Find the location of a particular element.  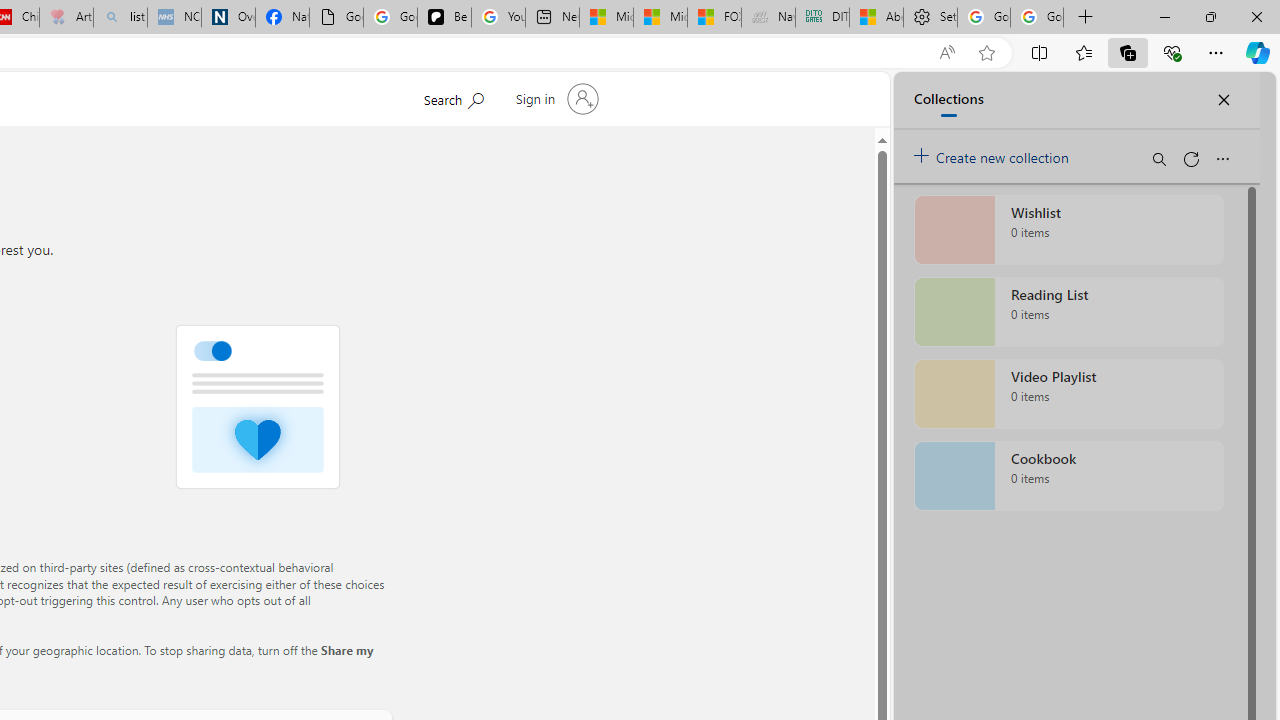

'DITOGAMES AG Imprint' is located at coordinates (822, 17).